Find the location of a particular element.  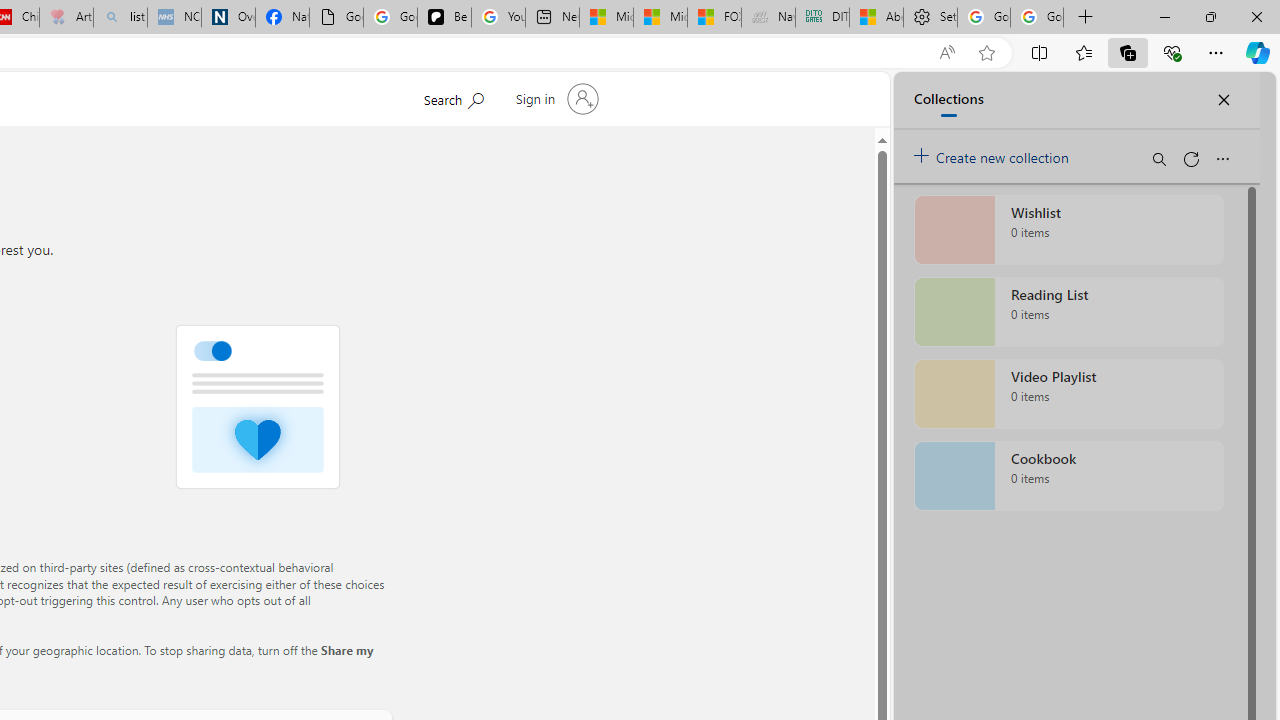

'DITOGAMES AG Imprint' is located at coordinates (822, 17).